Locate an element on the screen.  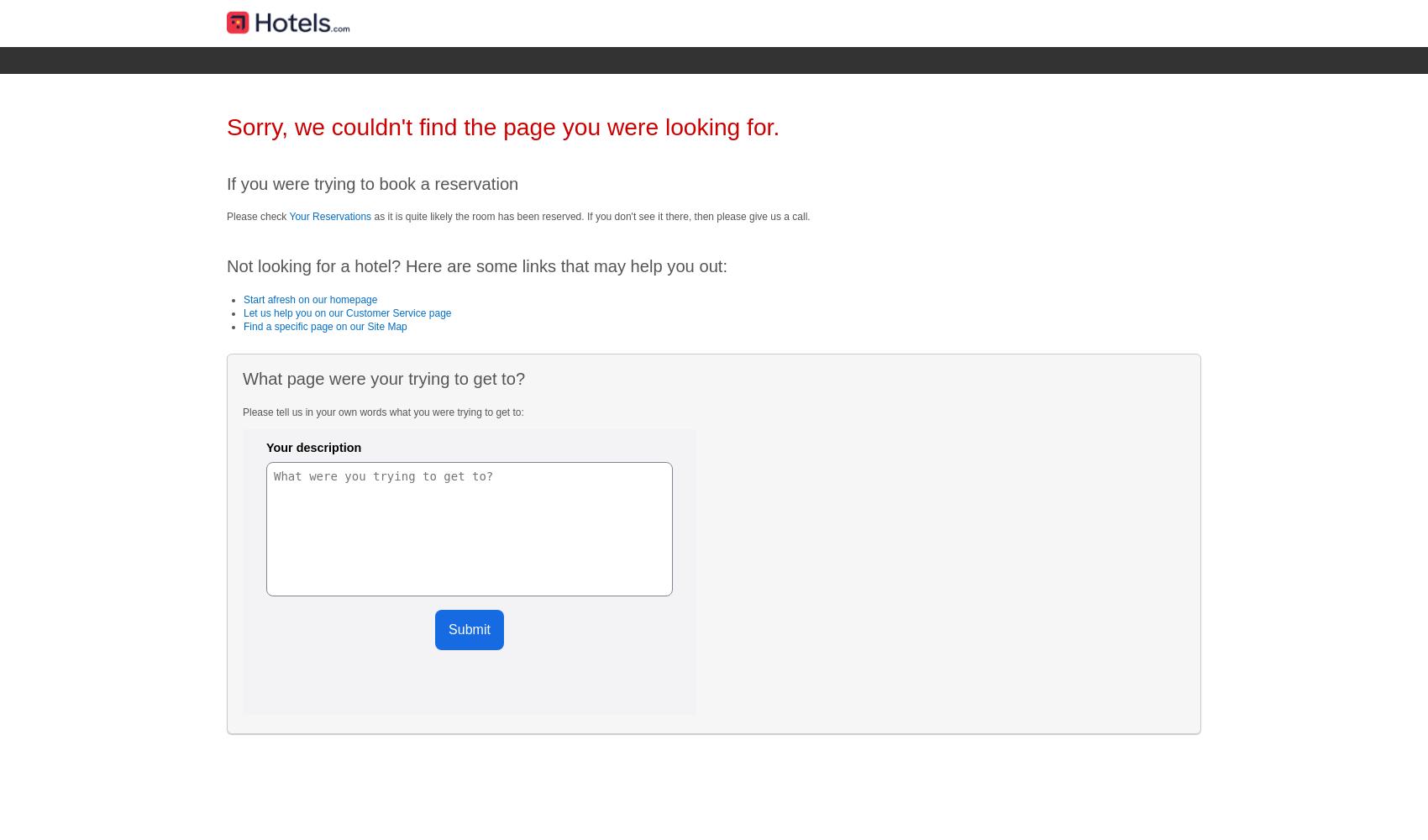
'What page were your trying to get to?' is located at coordinates (383, 378).